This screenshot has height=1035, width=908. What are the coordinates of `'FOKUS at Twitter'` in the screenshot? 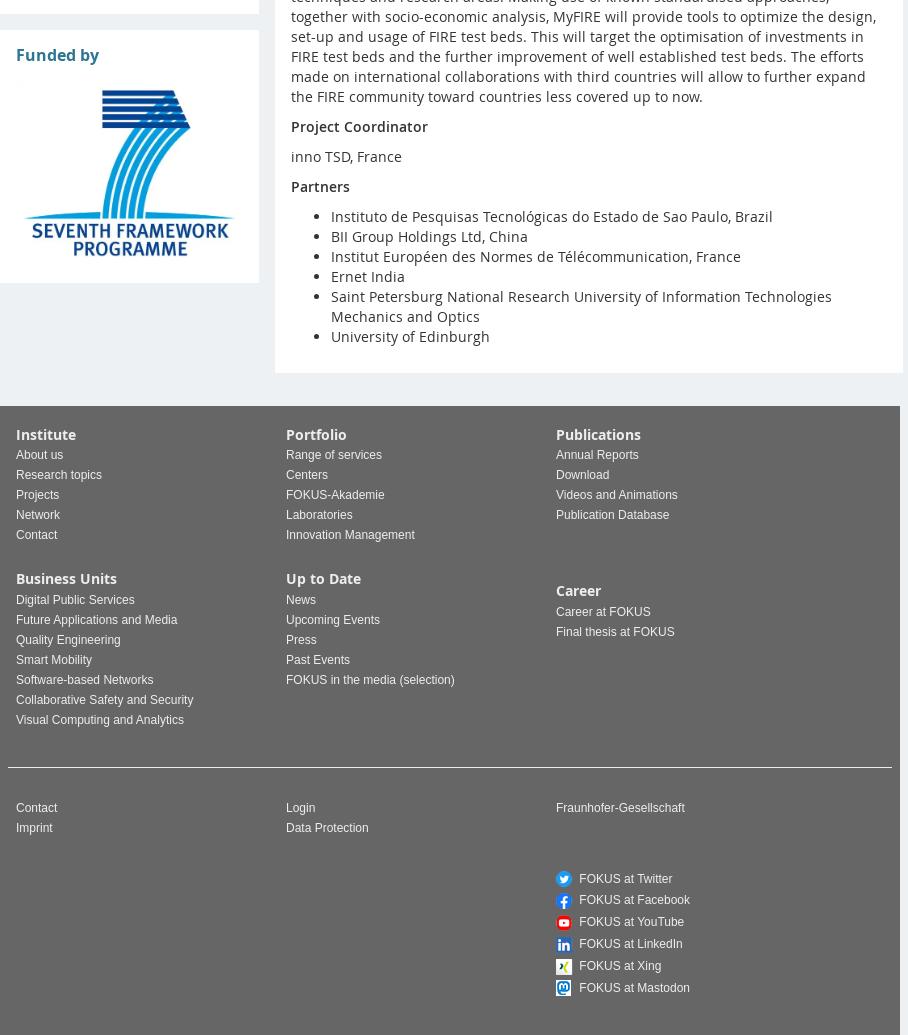 It's located at (622, 876).